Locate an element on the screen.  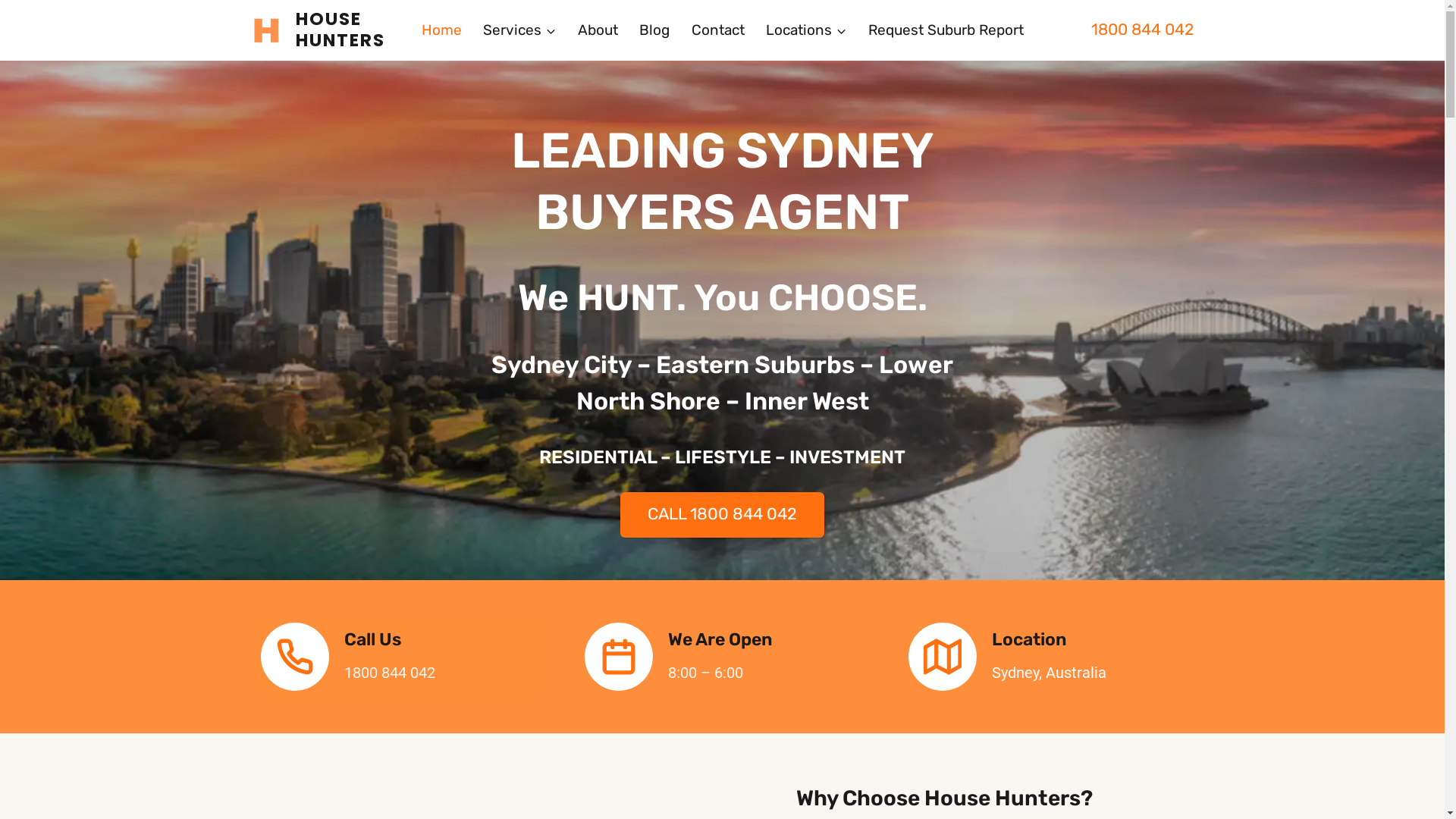
'1800 844 042' is located at coordinates (1141, 29).